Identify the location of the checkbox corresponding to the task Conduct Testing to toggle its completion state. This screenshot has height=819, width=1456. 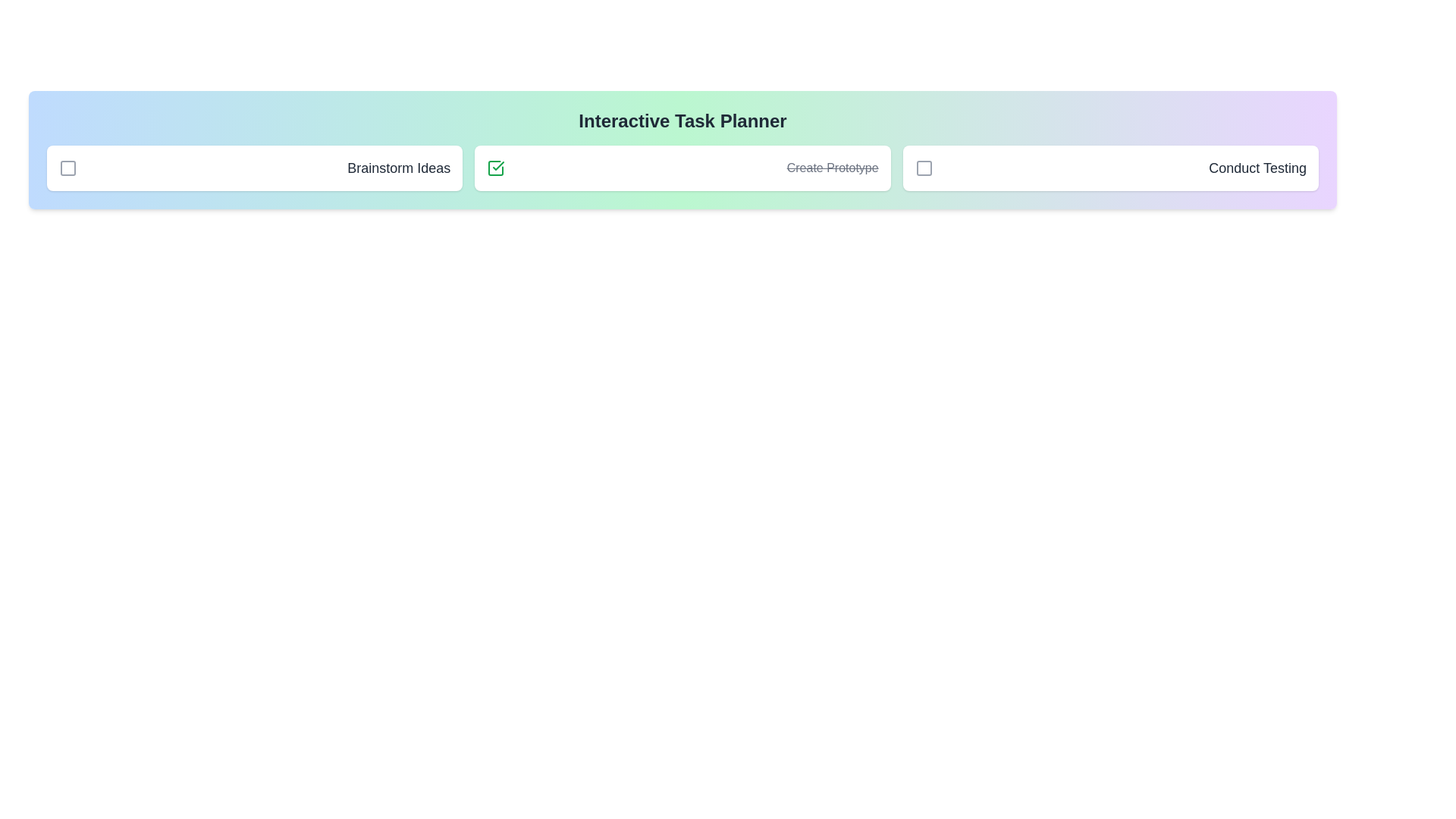
(923, 168).